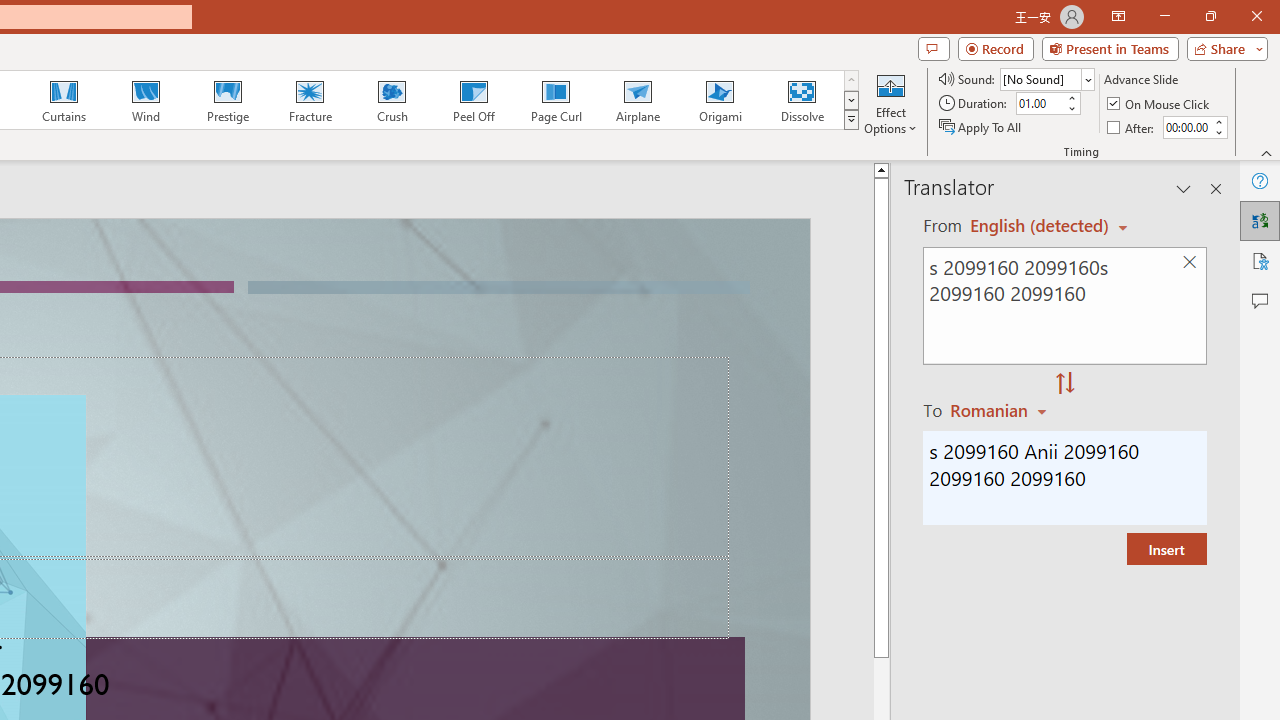  I want to click on 'Prestige', so click(227, 100).